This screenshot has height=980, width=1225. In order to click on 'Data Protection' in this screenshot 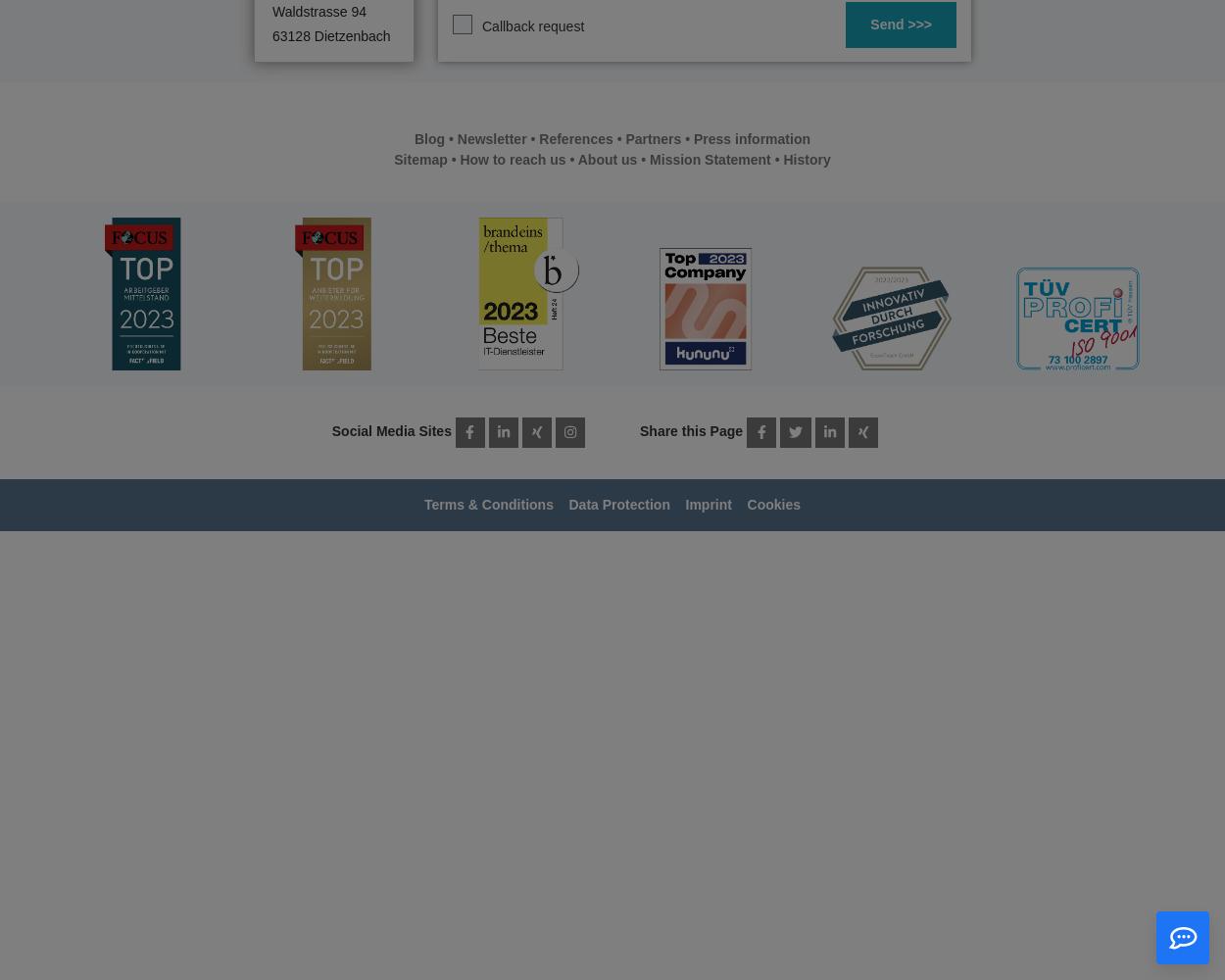, I will do `click(618, 505)`.